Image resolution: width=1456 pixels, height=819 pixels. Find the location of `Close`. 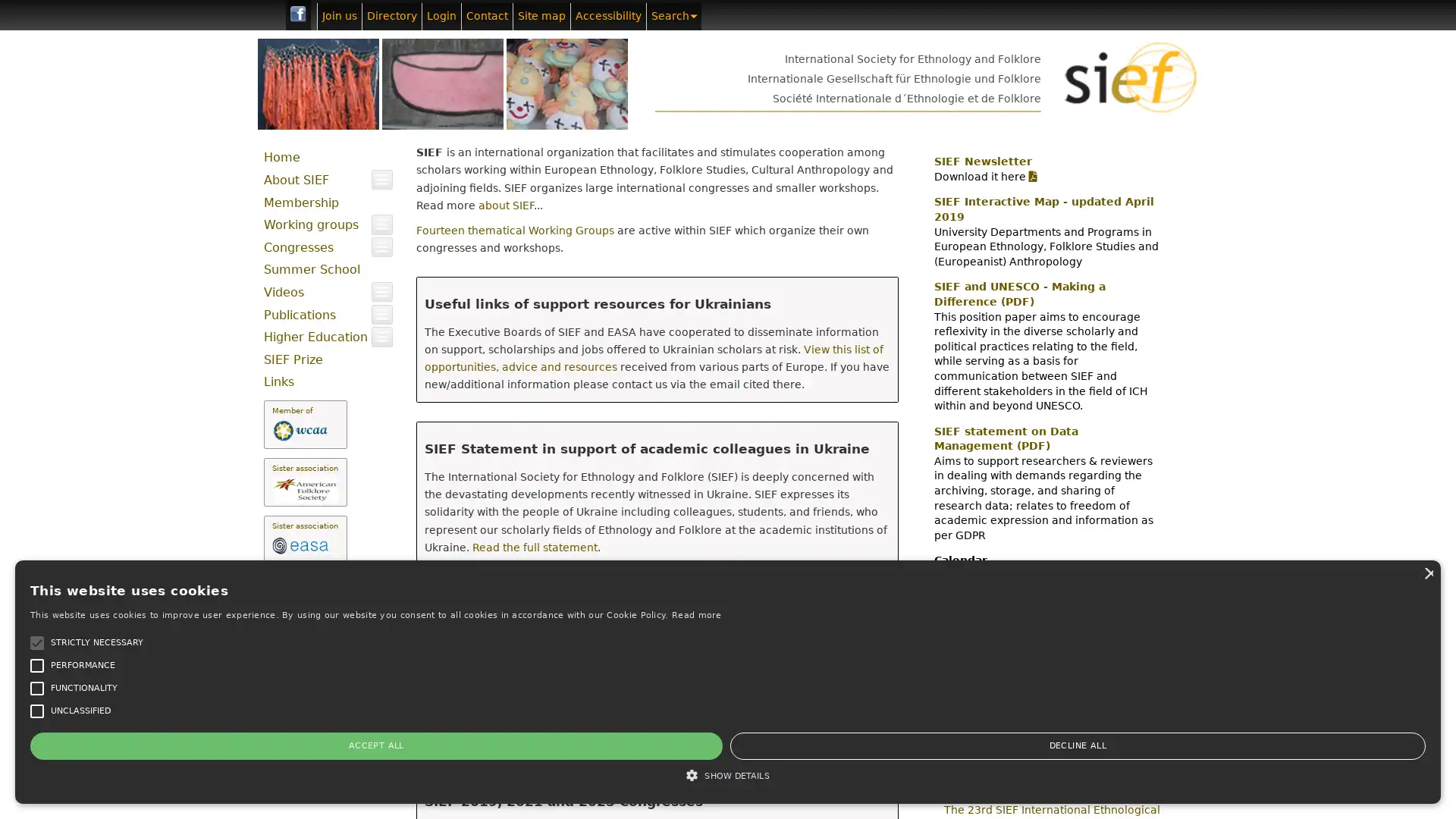

Close is located at coordinates (228, 511).